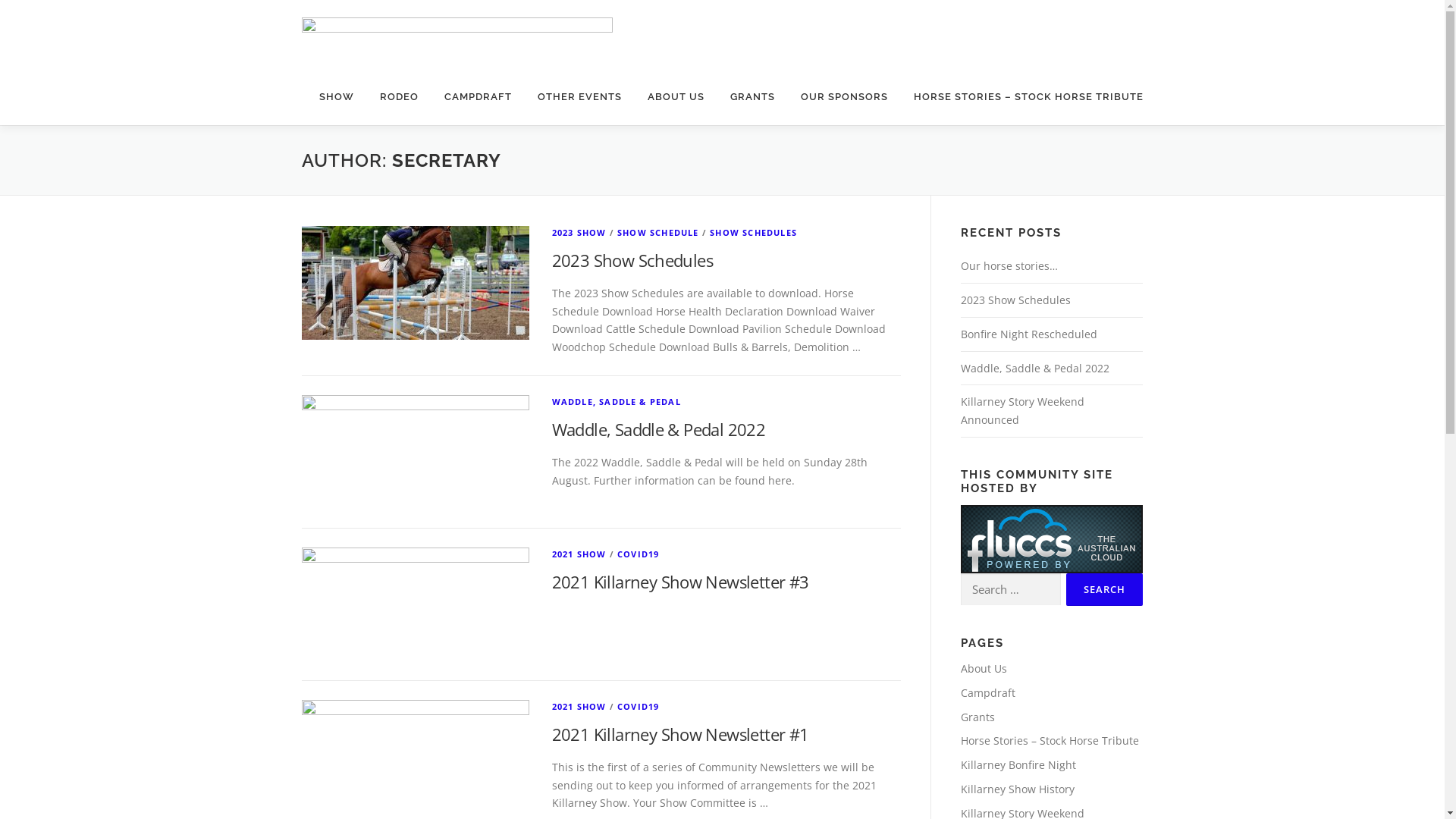  What do you see at coordinates (1021, 410) in the screenshot?
I see `'Killarney Story Weekend Announced'` at bounding box center [1021, 410].